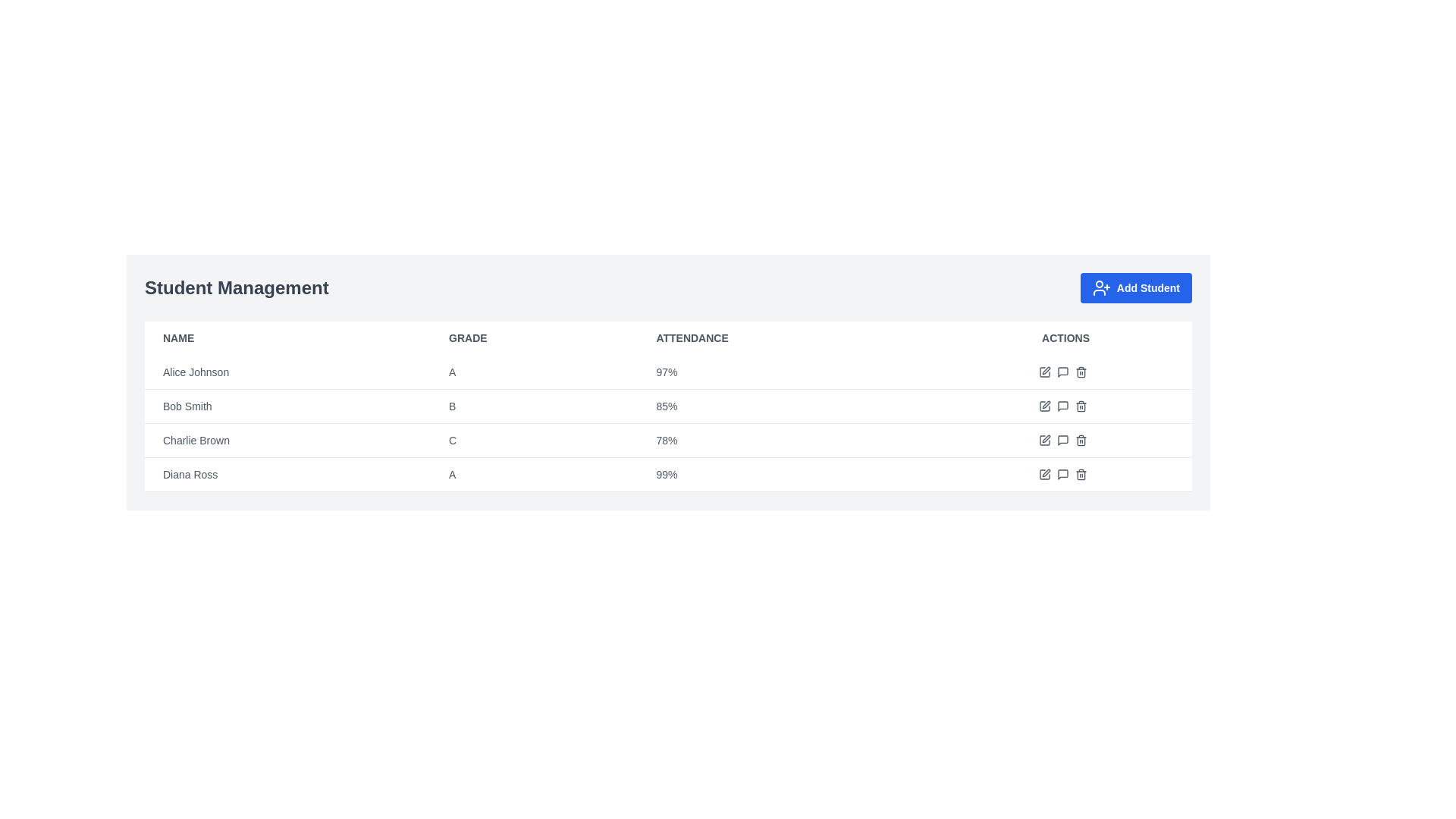  What do you see at coordinates (1045, 438) in the screenshot?
I see `the pen-shaped edit icon located in the 'Actions' column of the table, aligned with the row for 'Charlie Brown' to initiate the edit action` at bounding box center [1045, 438].